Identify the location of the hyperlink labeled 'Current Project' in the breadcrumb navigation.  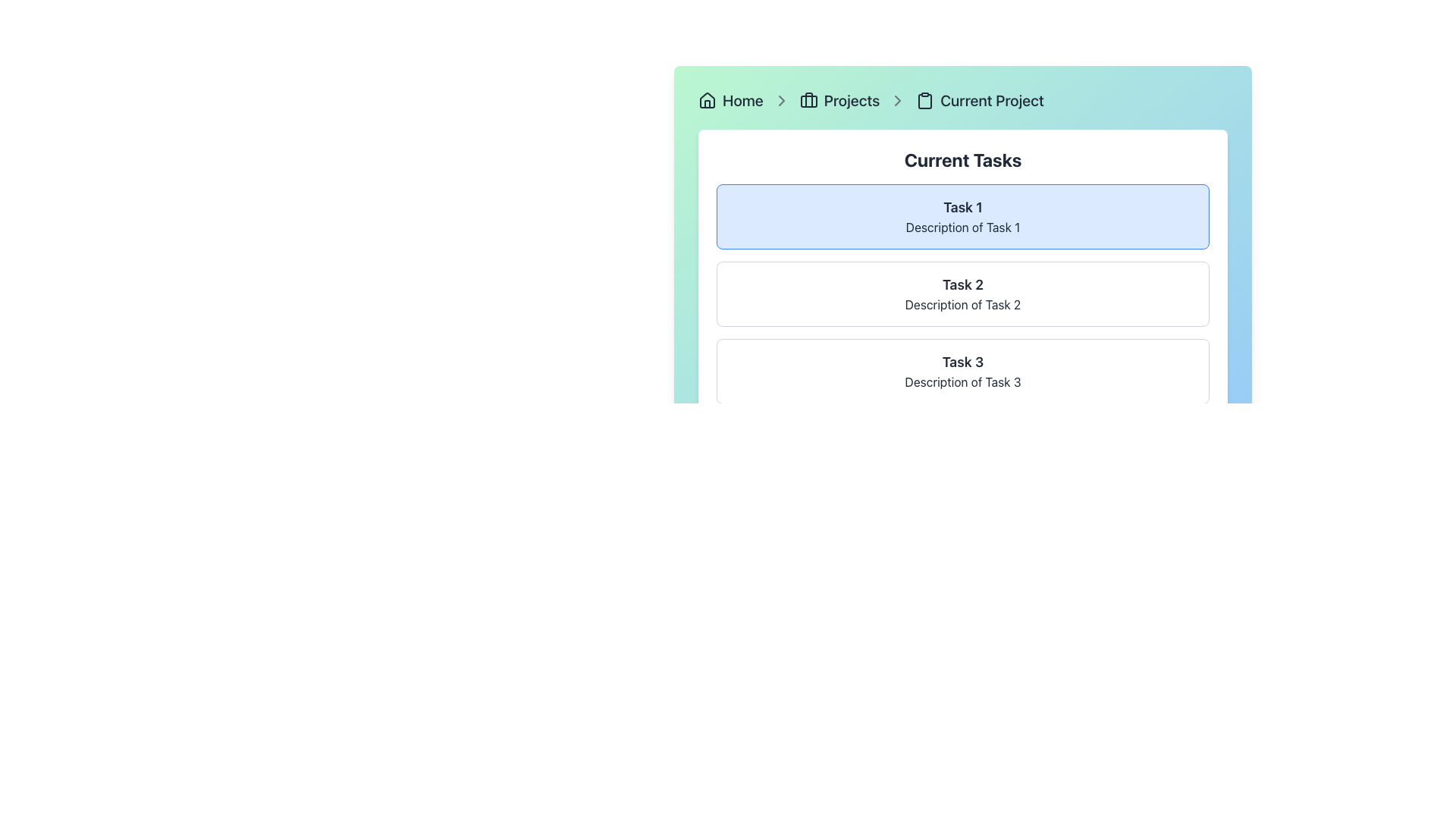
(992, 100).